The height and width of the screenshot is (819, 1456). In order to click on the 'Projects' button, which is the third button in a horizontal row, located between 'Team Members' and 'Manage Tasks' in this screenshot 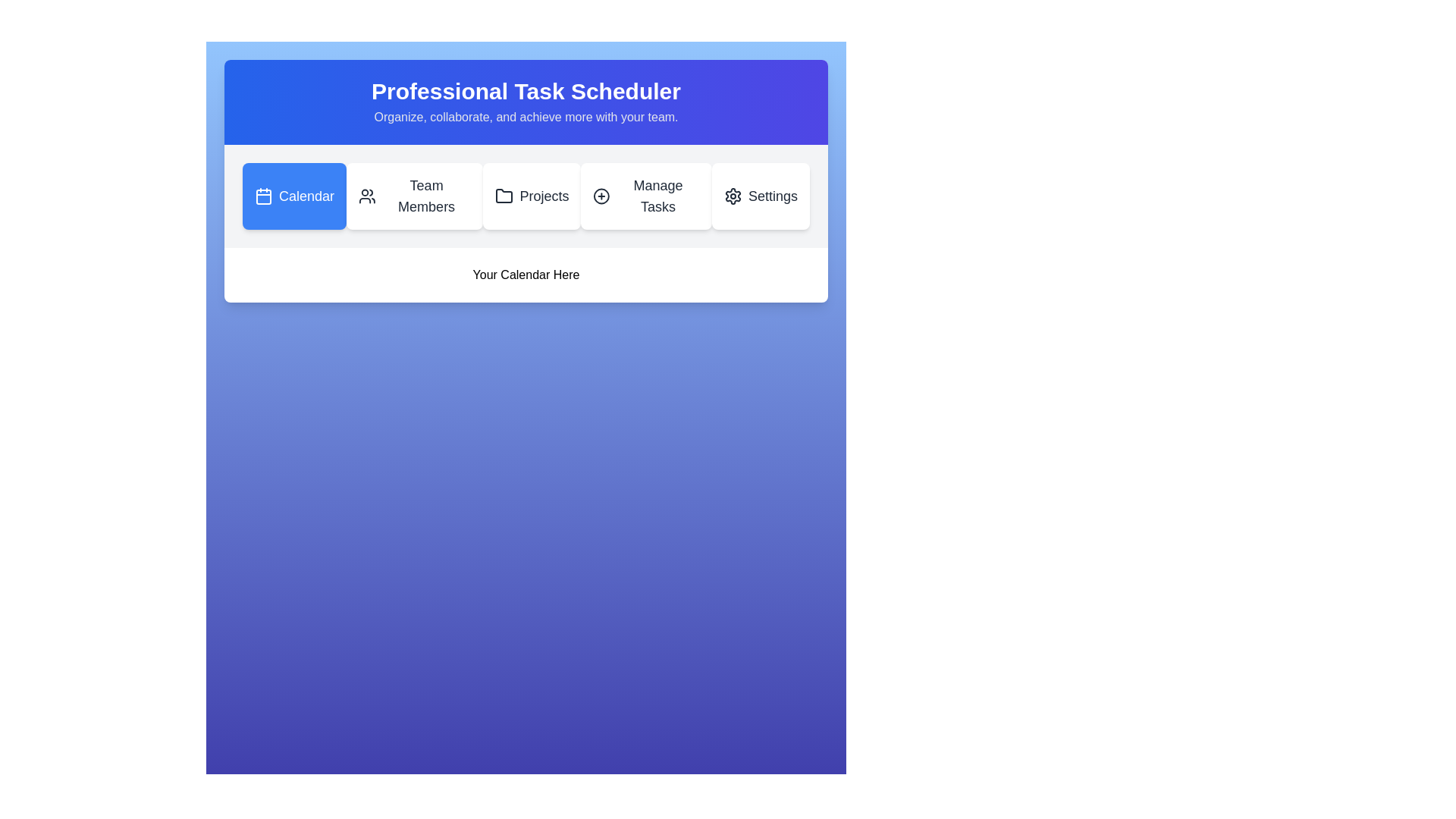, I will do `click(532, 195)`.